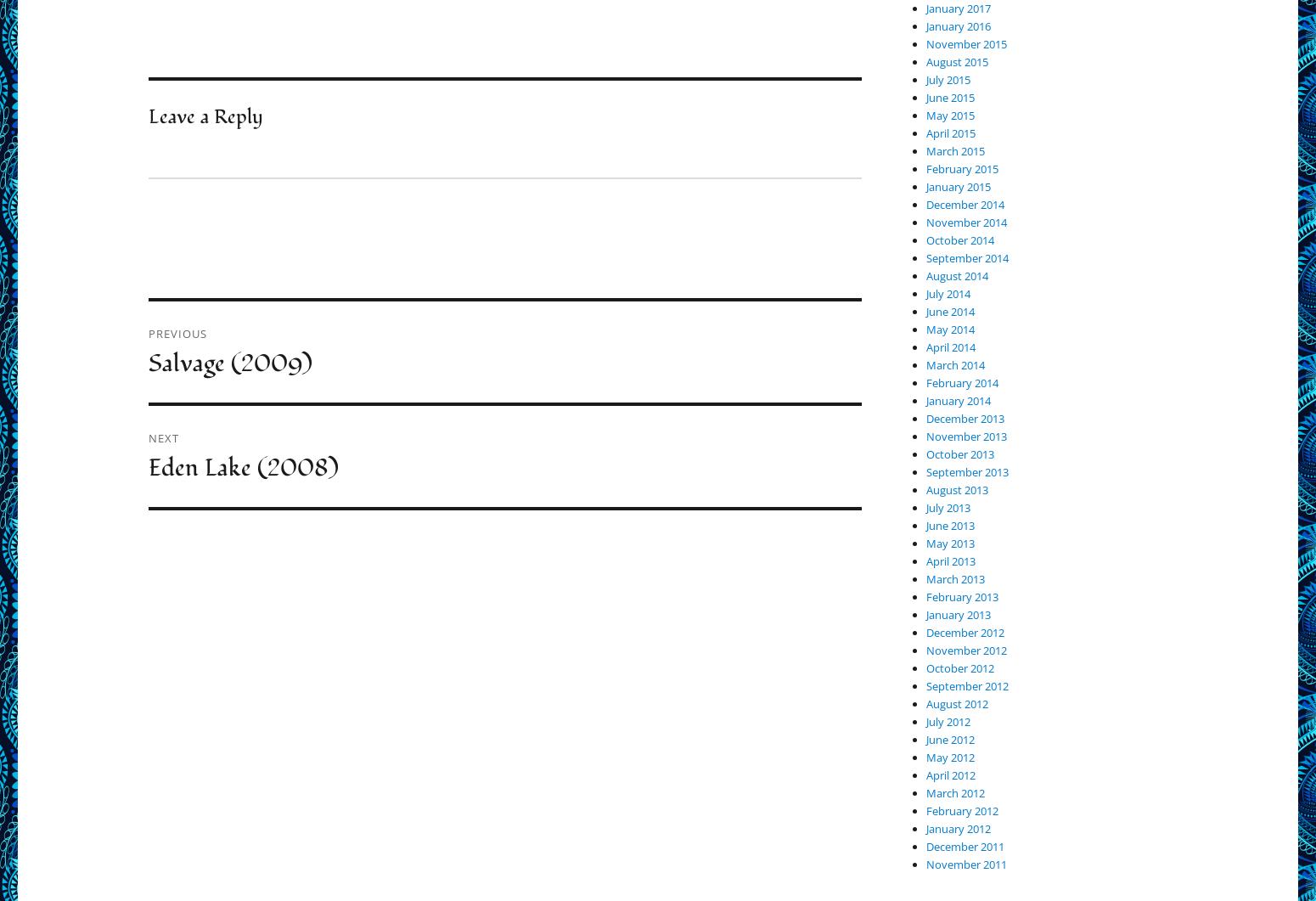  I want to click on 'November 2011', so click(965, 864).